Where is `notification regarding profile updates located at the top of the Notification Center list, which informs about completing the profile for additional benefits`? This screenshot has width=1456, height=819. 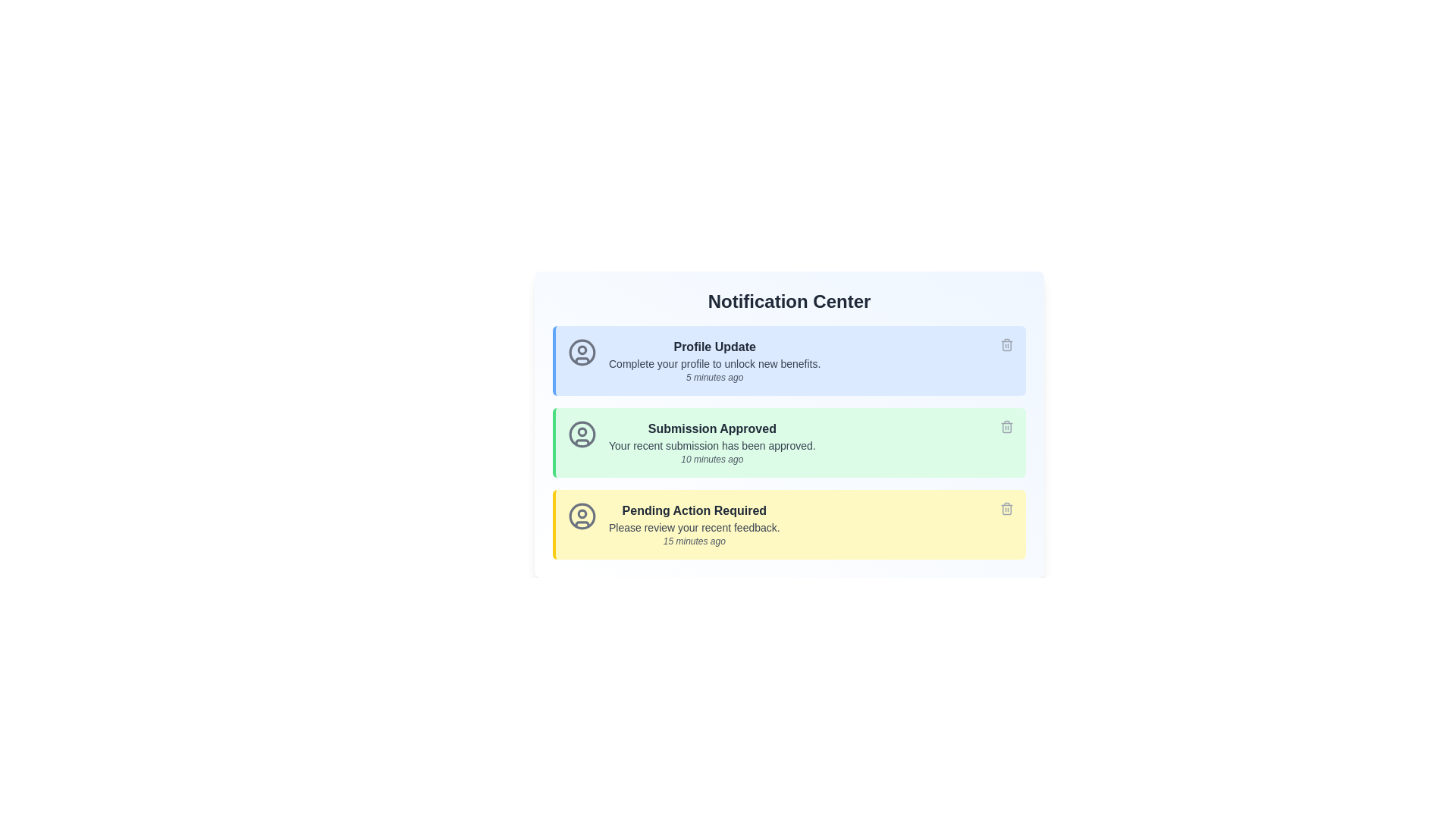
notification regarding profile updates located at the top of the Notification Center list, which informs about completing the profile for additional benefits is located at coordinates (714, 360).